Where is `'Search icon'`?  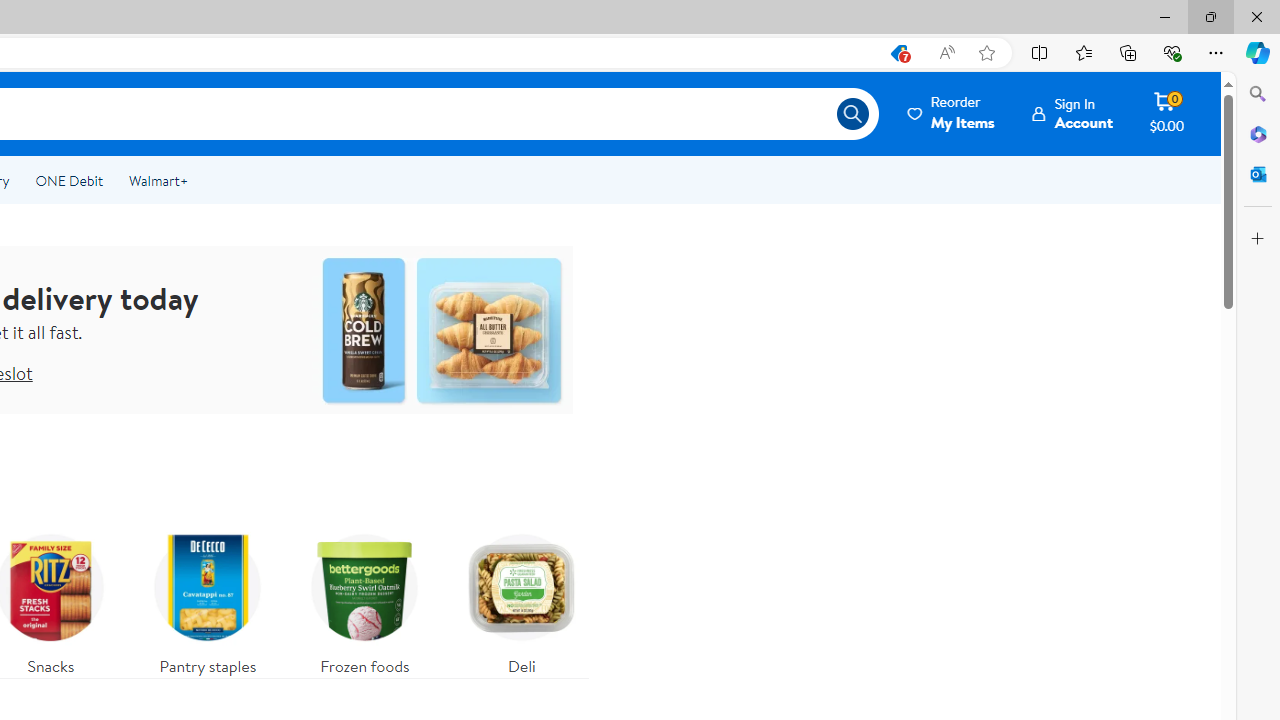 'Search icon' is located at coordinates (852, 114).